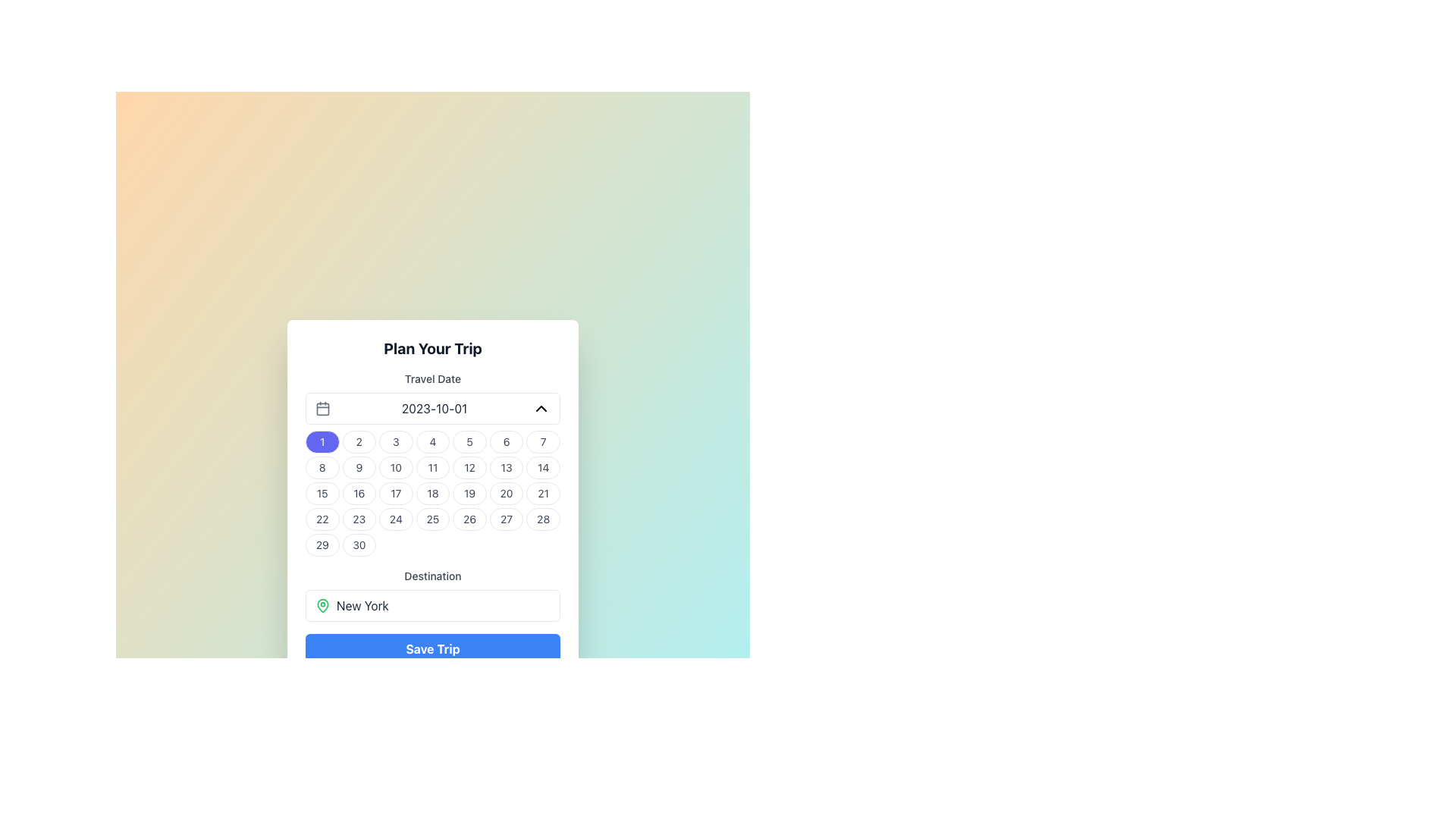 The width and height of the screenshot is (1456, 819). Describe the element at coordinates (432, 408) in the screenshot. I see `the interactive date selection bar located below the 'Travel Date' label` at that location.